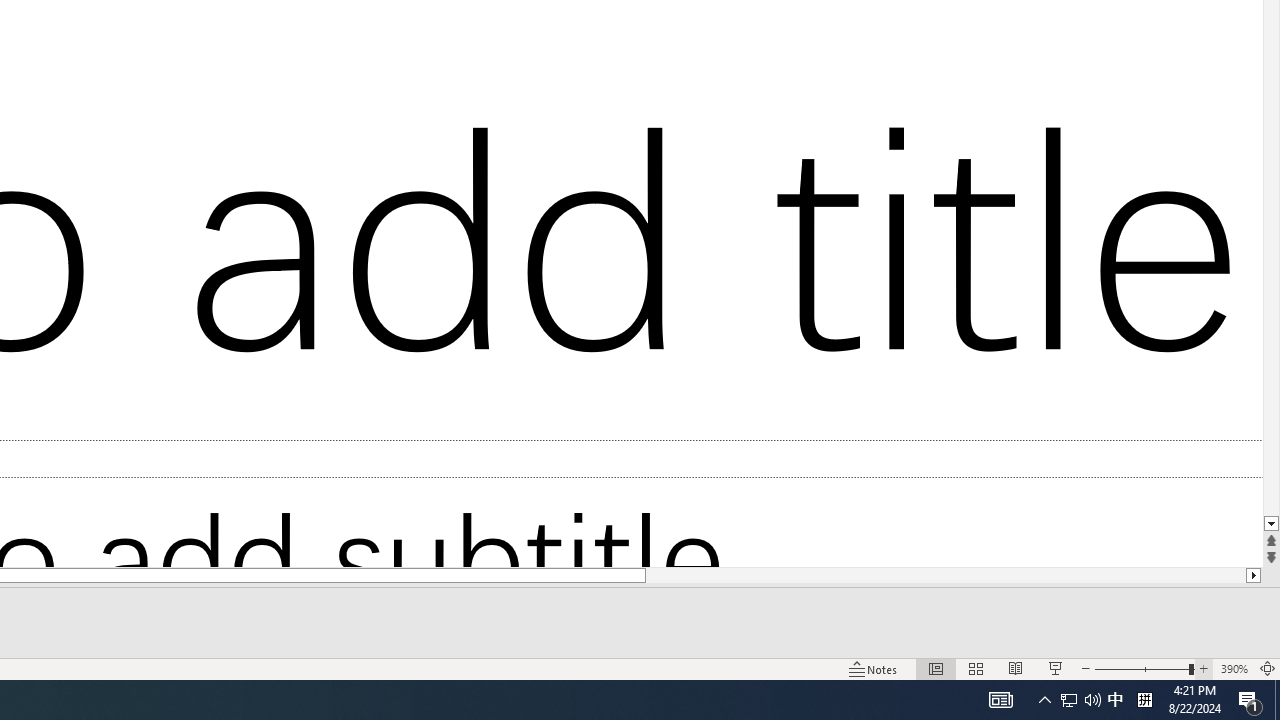 The height and width of the screenshot is (720, 1280). Describe the element at coordinates (1141, 669) in the screenshot. I see `'Zoom Out'` at that location.